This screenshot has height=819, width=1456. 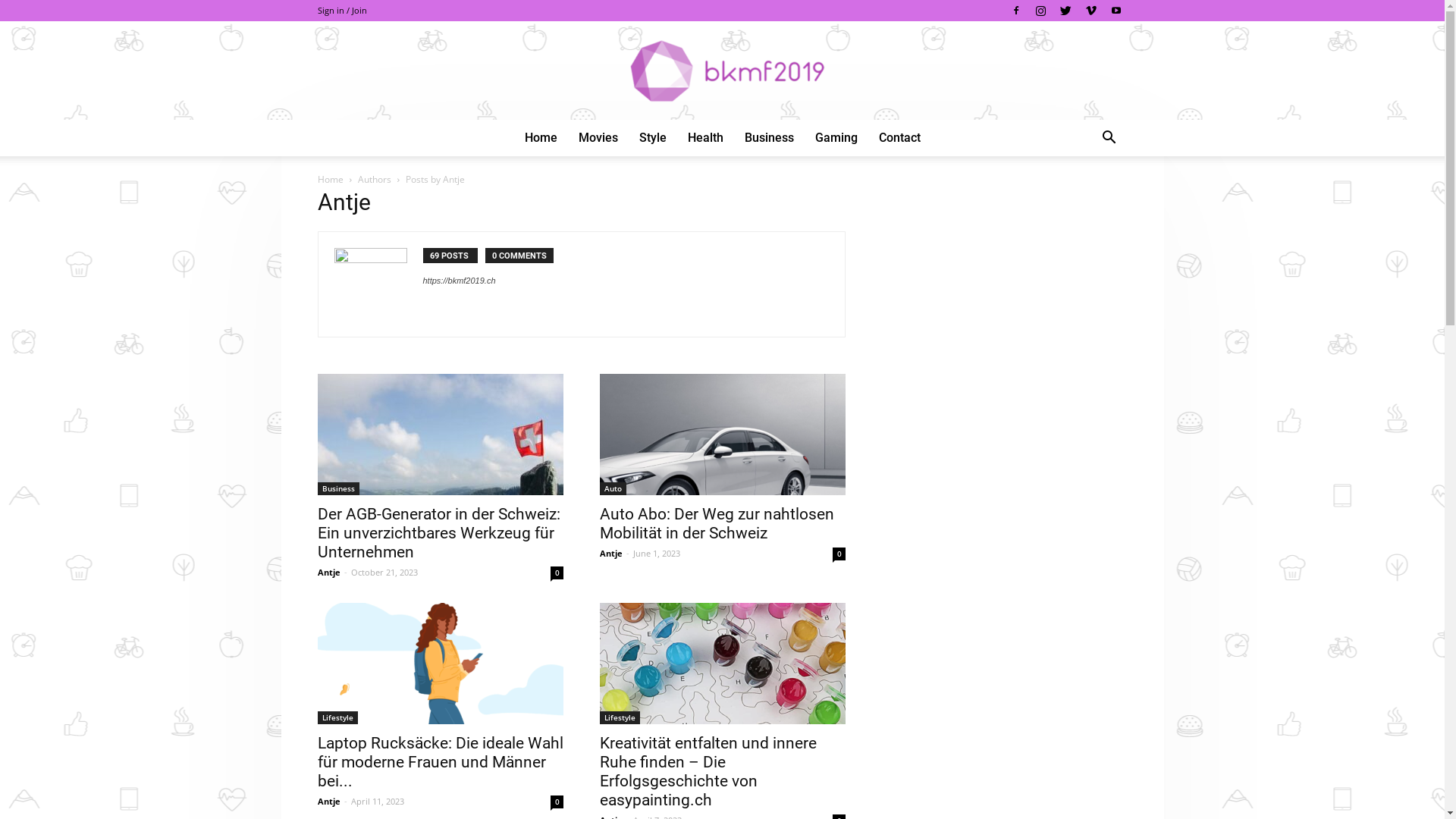 I want to click on 'Bkmf2019', so click(x=721, y=71).